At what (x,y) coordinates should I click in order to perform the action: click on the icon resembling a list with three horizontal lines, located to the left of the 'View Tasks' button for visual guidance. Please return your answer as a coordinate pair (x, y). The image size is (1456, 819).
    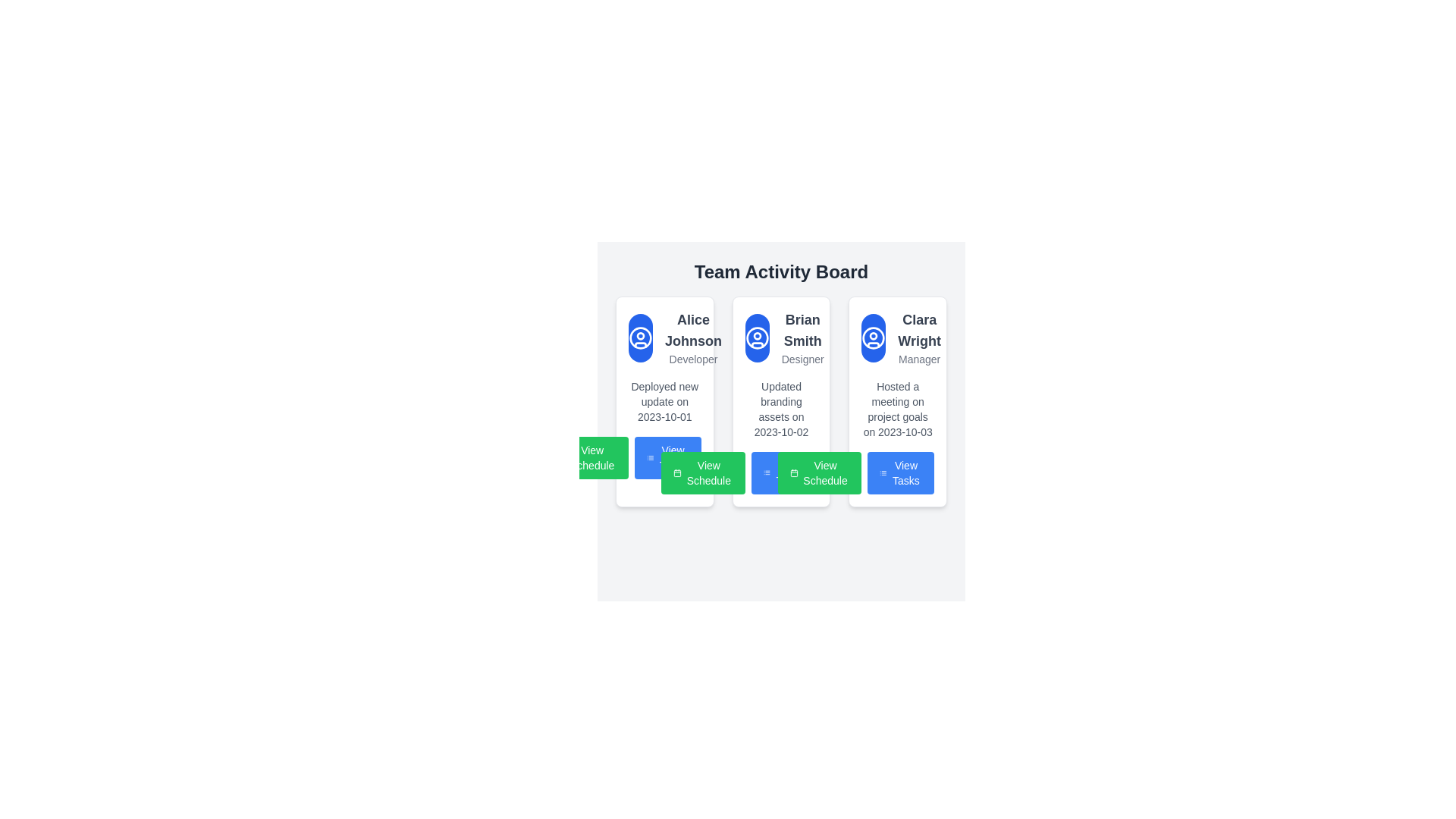
    Looking at the image, I should click on (650, 457).